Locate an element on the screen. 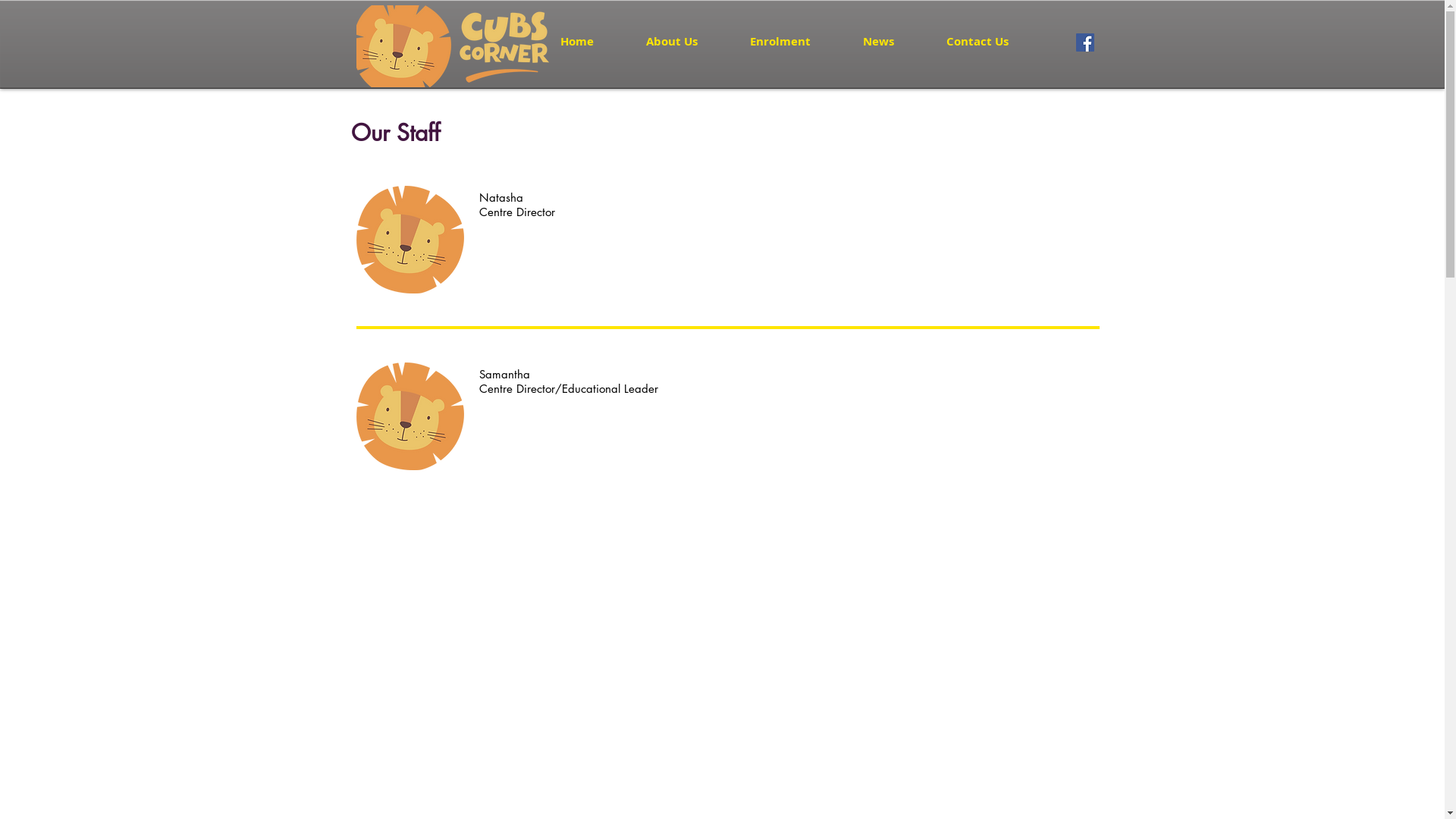 This screenshot has width=1456, height=819. 'Enrolment' is located at coordinates (794, 40).